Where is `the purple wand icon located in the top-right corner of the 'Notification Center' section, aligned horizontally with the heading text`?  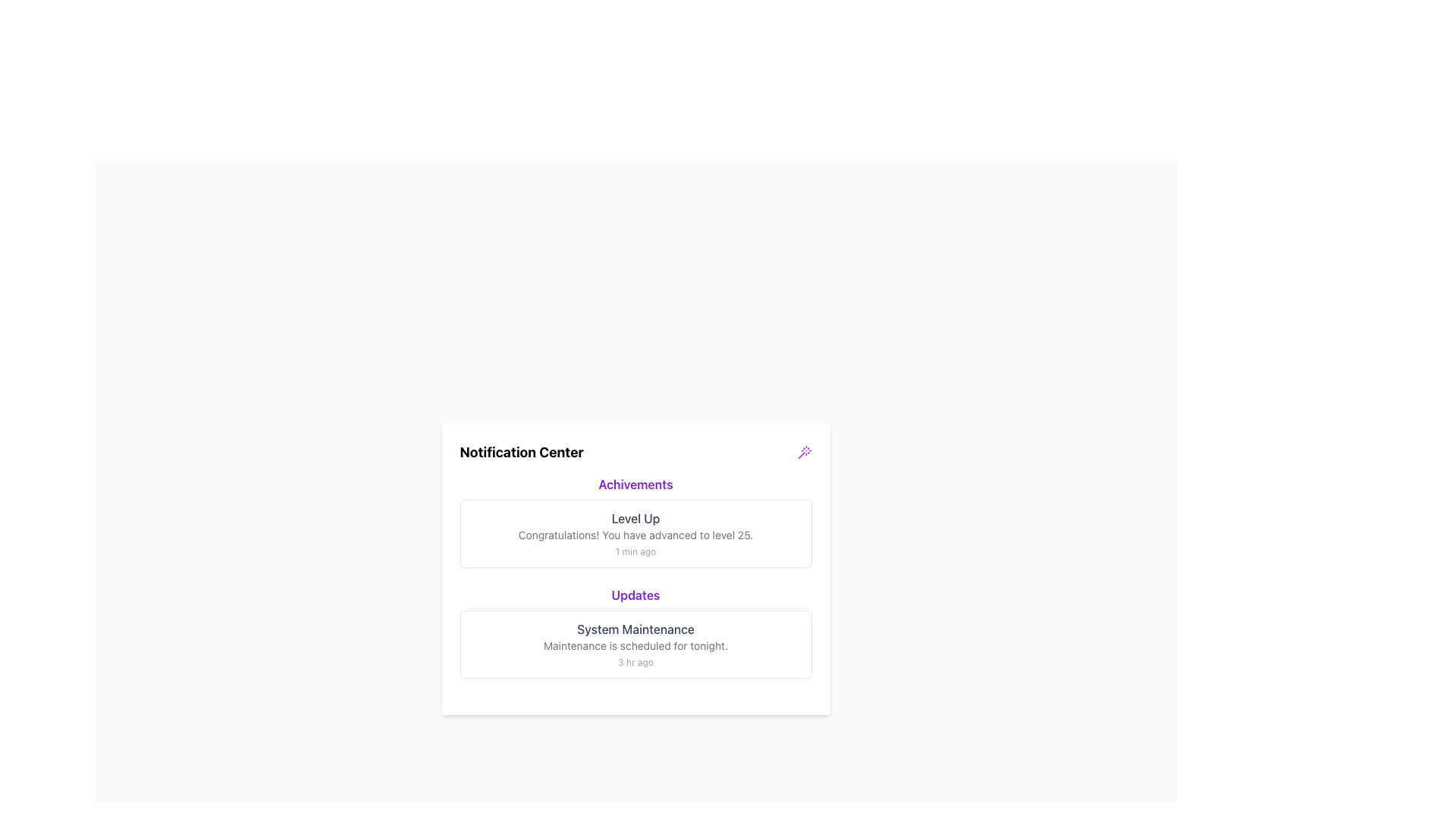 the purple wand icon located in the top-right corner of the 'Notification Center' section, aligned horizontally with the heading text is located at coordinates (803, 452).